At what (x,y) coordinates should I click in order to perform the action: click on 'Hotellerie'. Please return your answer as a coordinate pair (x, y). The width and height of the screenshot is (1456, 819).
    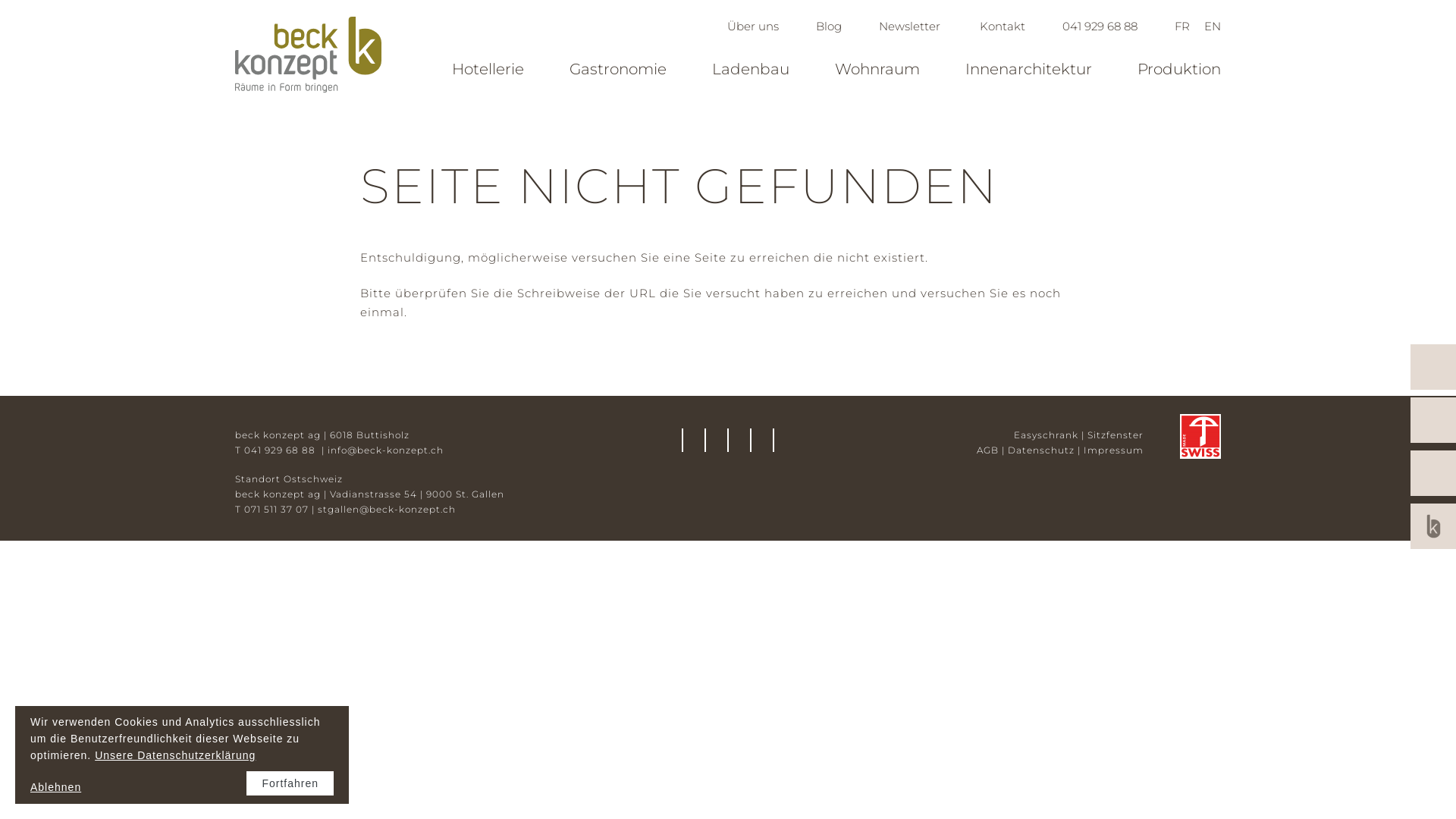
    Looking at the image, I should click on (488, 69).